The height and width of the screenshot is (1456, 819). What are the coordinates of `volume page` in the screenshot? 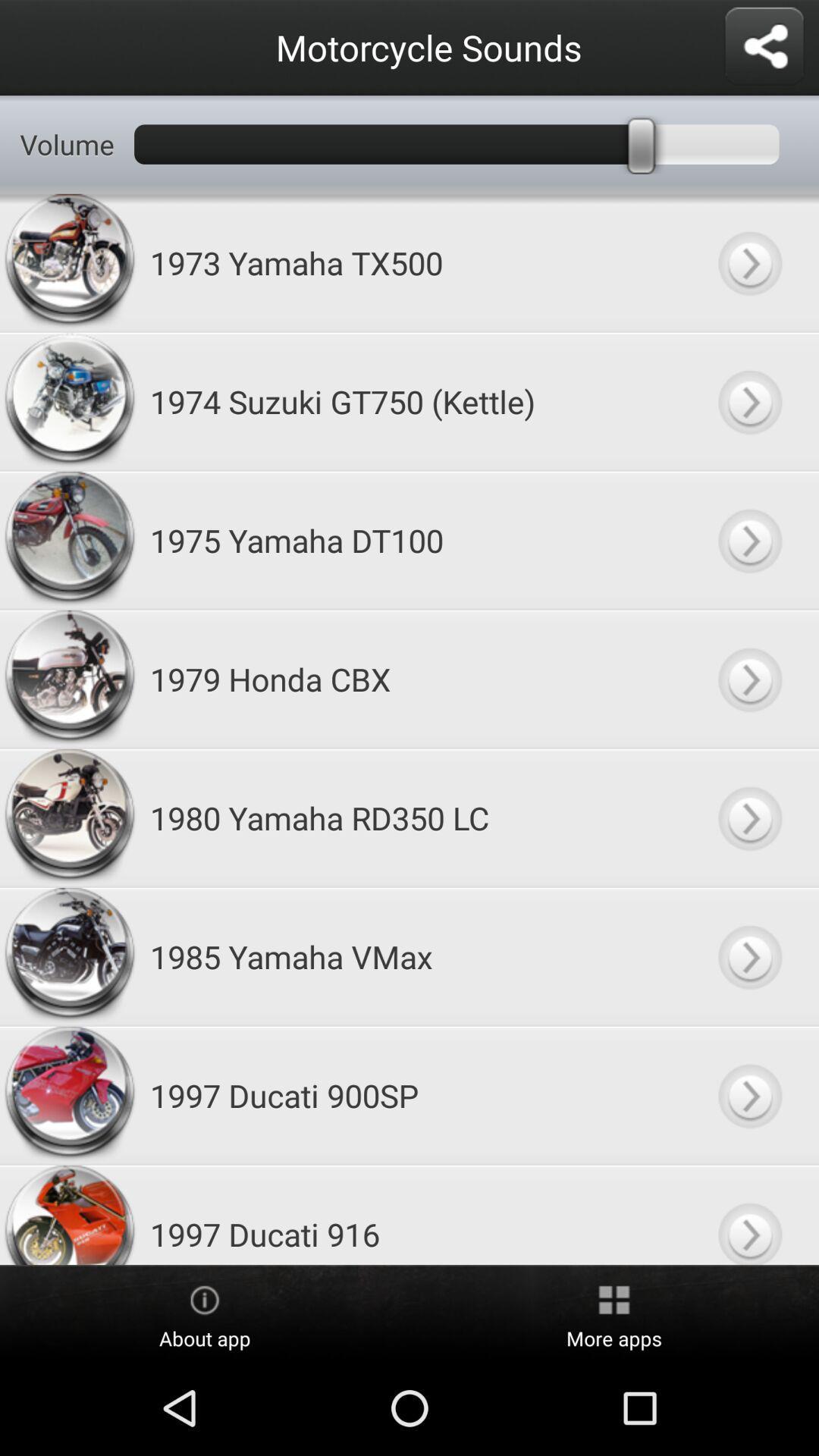 It's located at (748, 817).